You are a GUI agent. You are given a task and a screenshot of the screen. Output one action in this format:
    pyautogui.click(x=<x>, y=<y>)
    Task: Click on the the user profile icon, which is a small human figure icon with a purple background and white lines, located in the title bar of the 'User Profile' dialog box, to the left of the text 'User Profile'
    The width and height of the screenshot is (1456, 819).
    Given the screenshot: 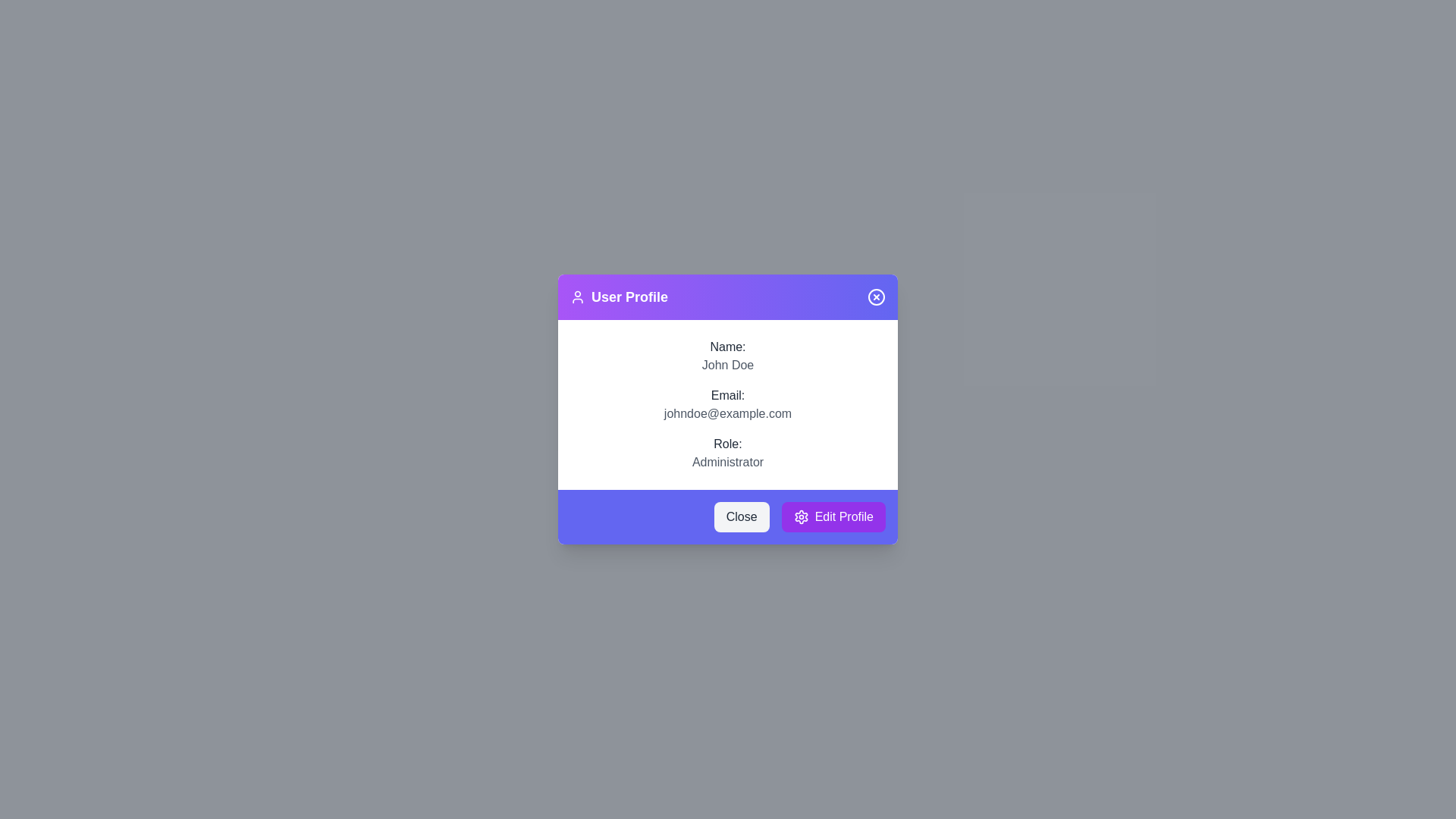 What is the action you would take?
    pyautogui.click(x=577, y=297)
    